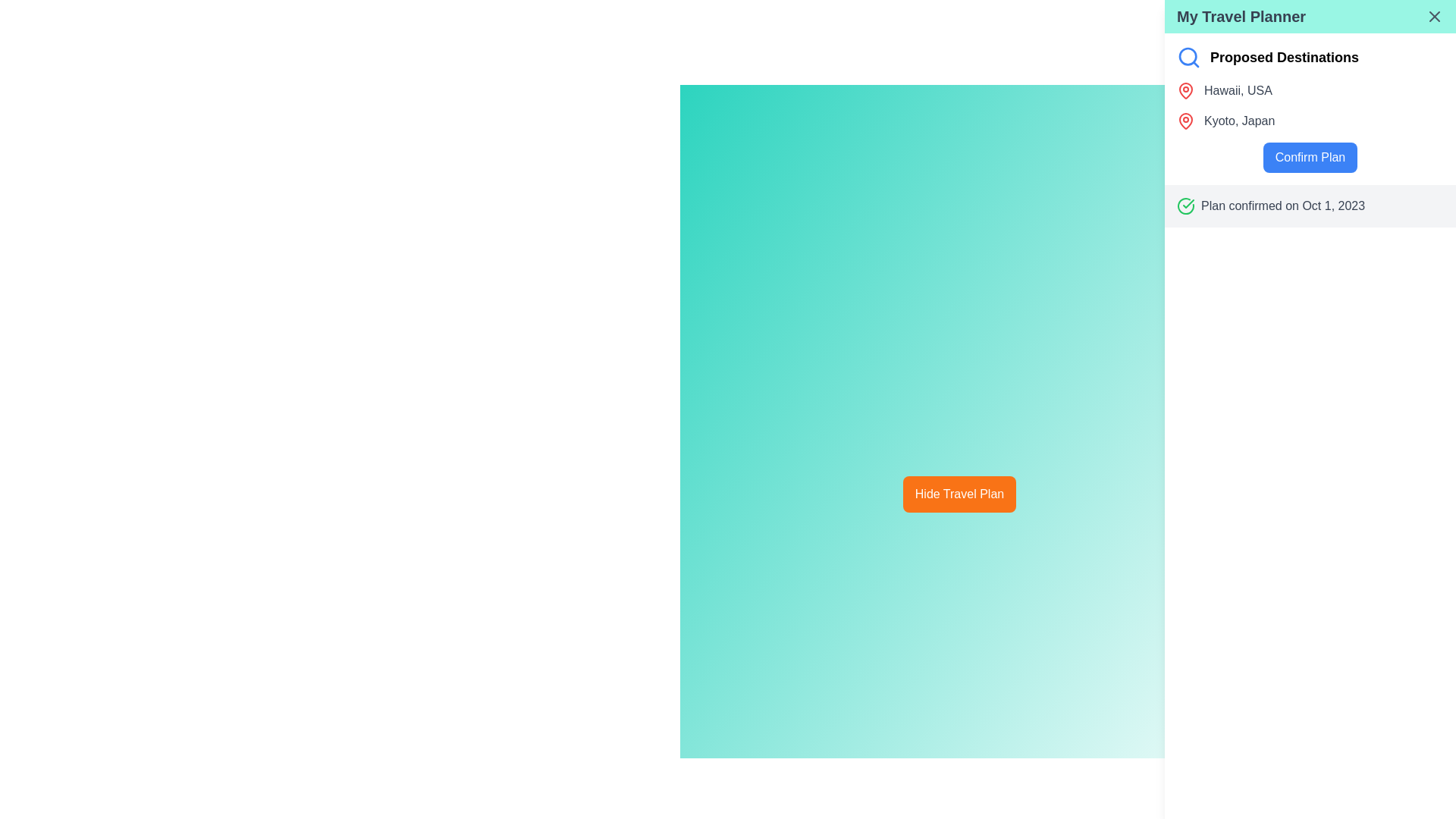  What do you see at coordinates (1310, 105) in the screenshot?
I see `the List Item Group containing the destinations 'Hawaii, USA' and 'Kyoto, Japan' located in the 'Proposed Destinations' section of the sidebar` at bounding box center [1310, 105].